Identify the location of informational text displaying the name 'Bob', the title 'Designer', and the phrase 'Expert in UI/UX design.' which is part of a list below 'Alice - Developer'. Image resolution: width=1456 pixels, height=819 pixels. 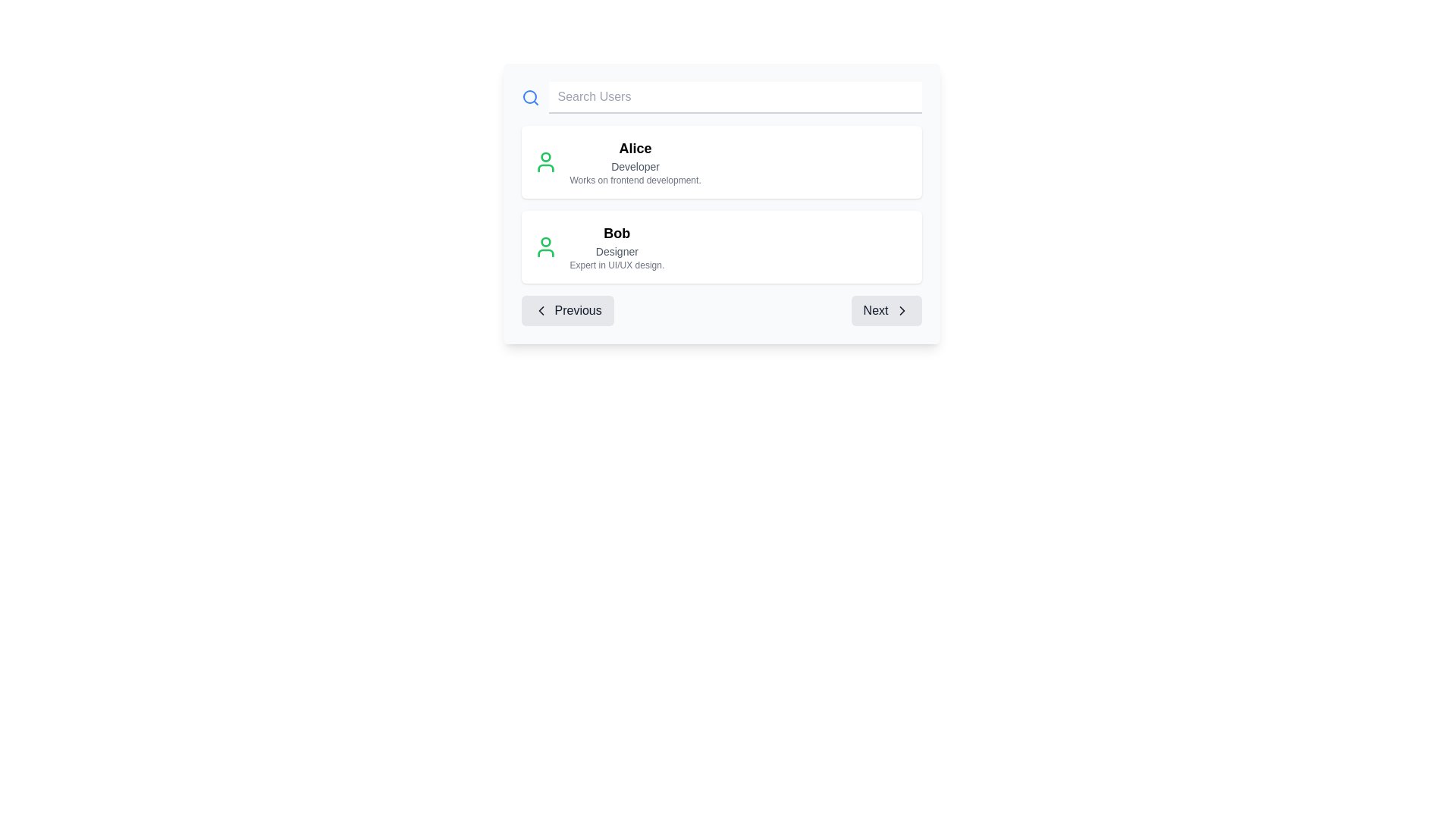
(617, 246).